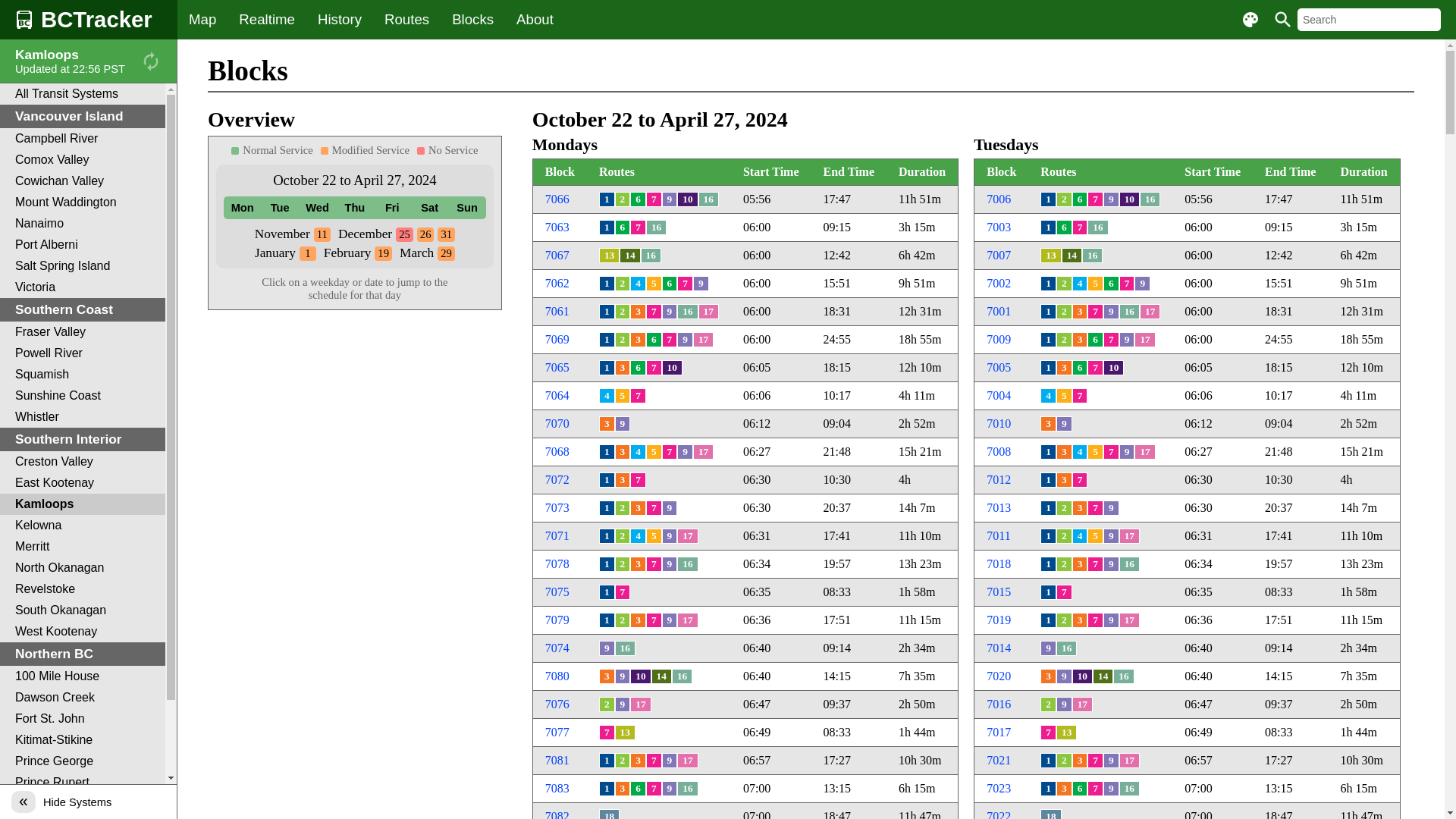  Describe the element at coordinates (998, 198) in the screenshot. I see `'7006'` at that location.